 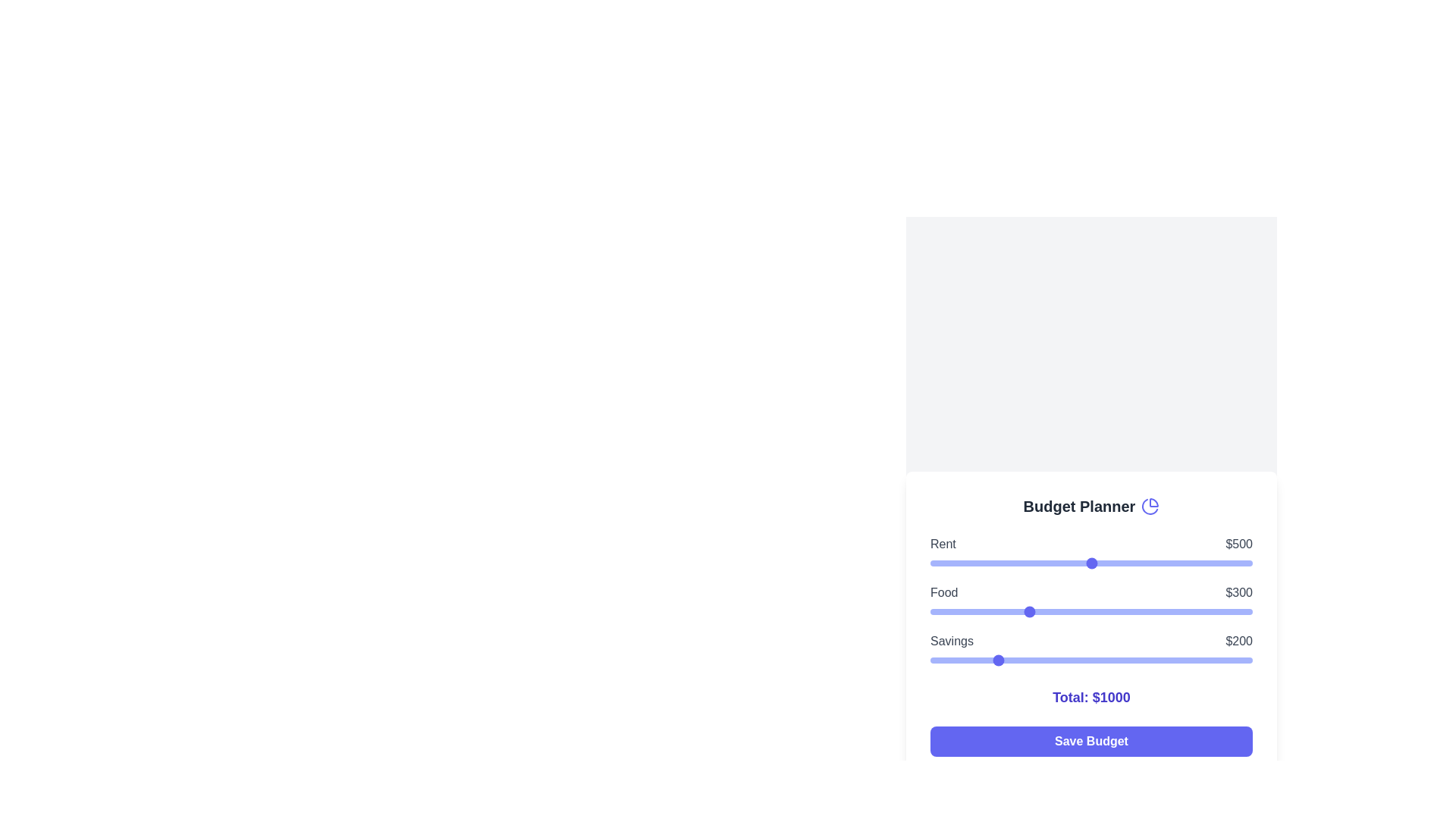 What do you see at coordinates (1189, 610) in the screenshot?
I see `the food budget slider to 806 dollars` at bounding box center [1189, 610].